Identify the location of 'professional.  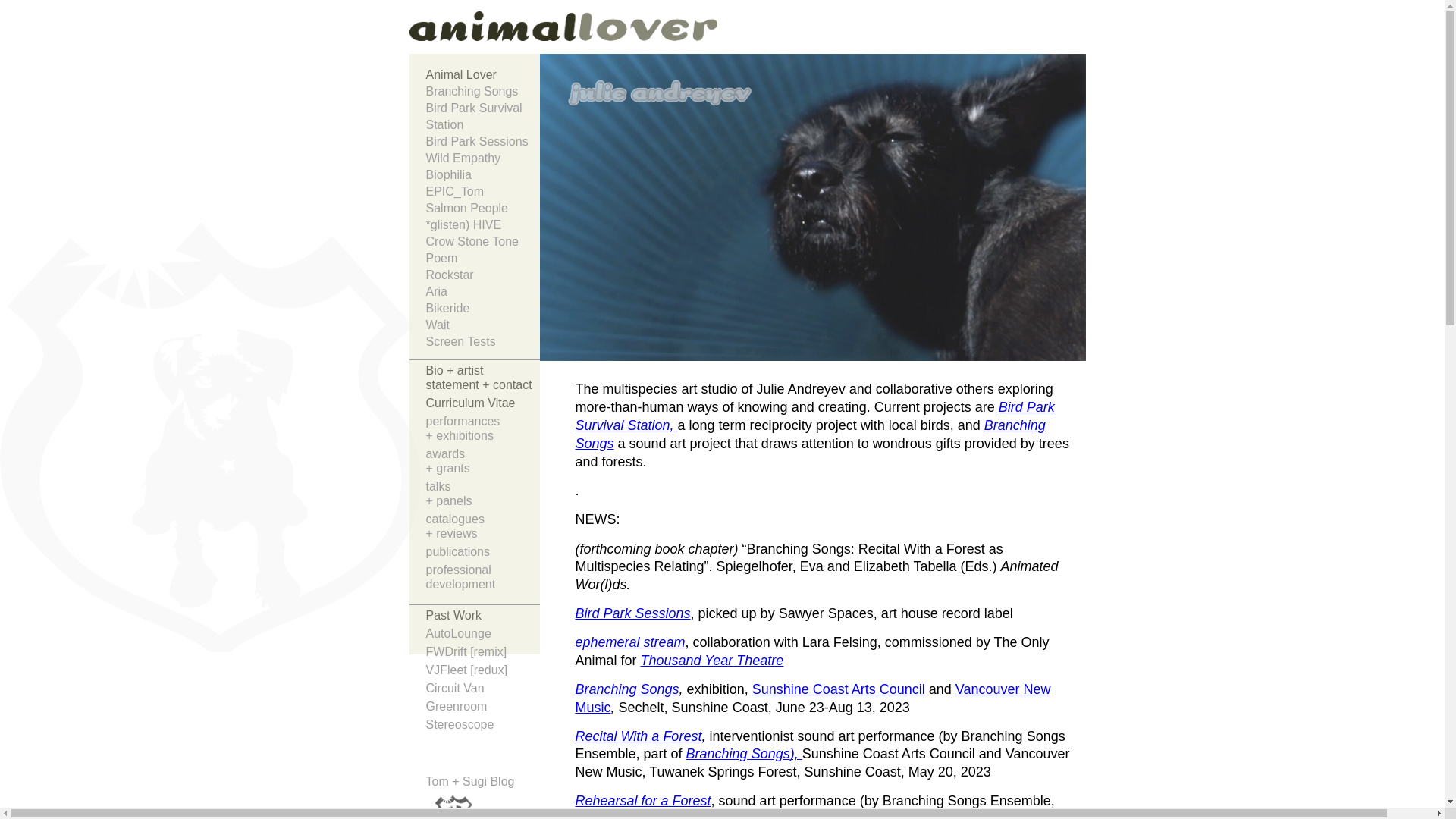
(482, 579).